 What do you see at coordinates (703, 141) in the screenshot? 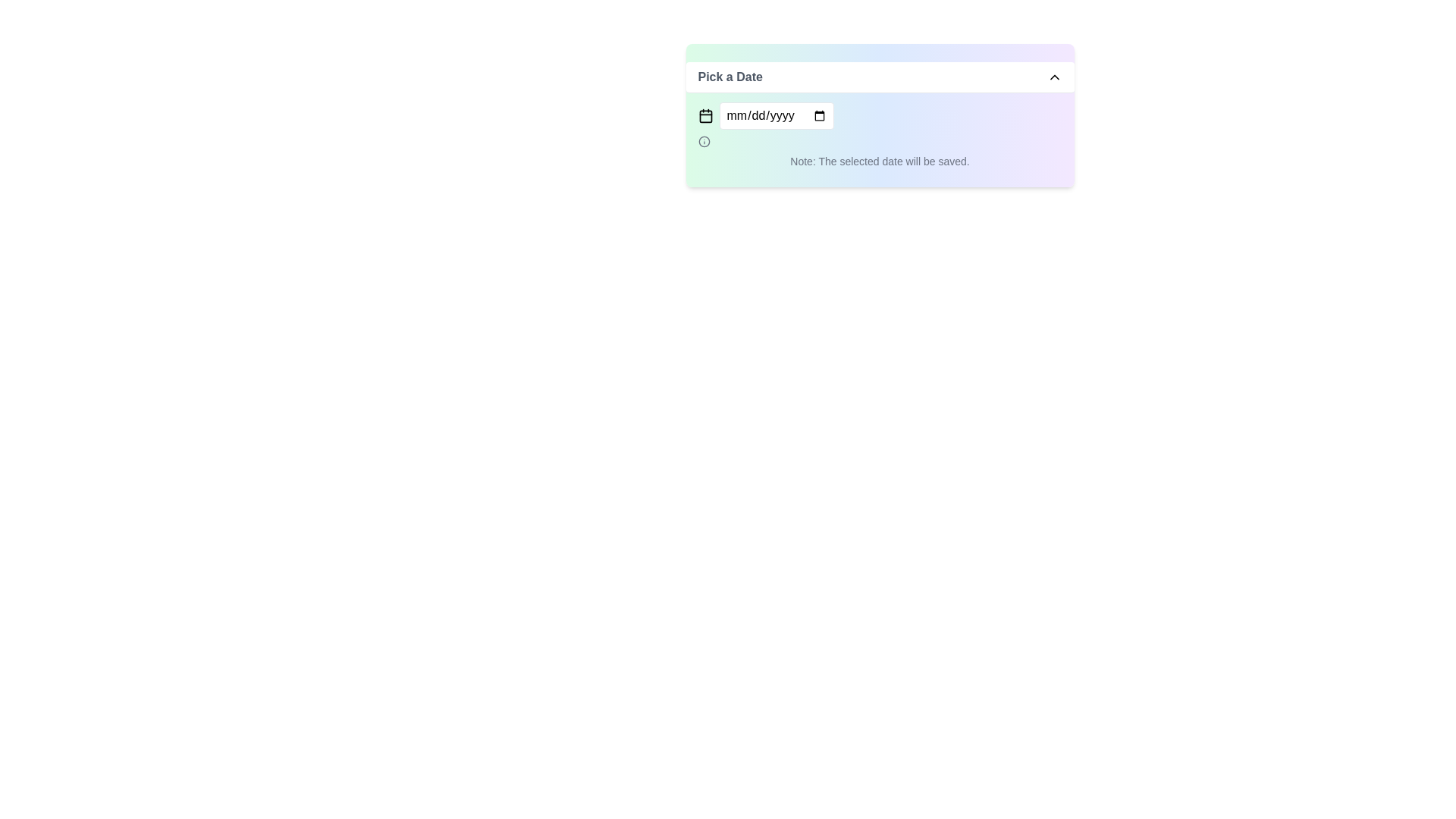
I see `the info icon located under the date input field, to the left of the note text 'Note: The selected date will be saved.'` at bounding box center [703, 141].